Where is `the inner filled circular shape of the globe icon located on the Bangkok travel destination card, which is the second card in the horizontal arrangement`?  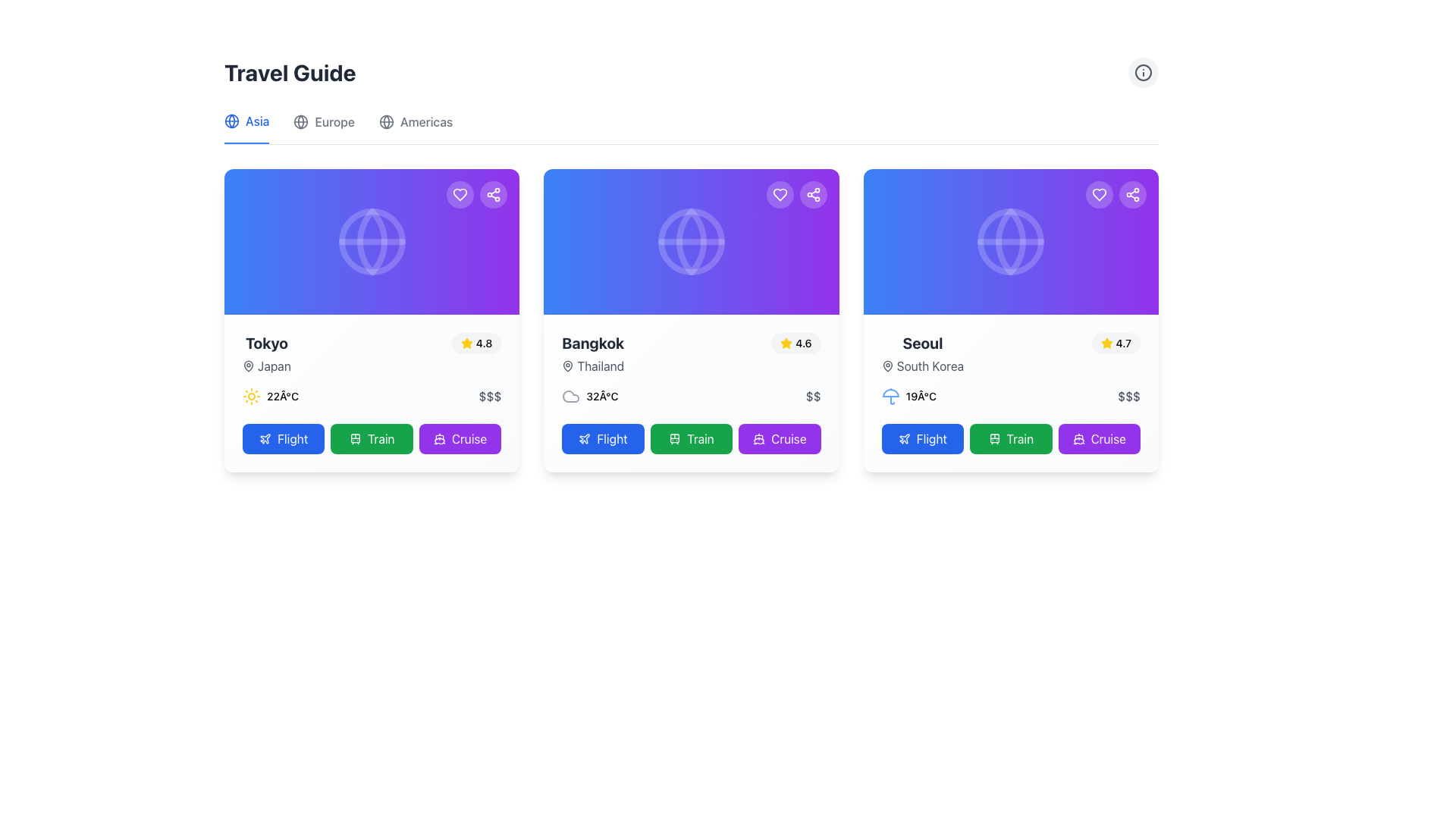 the inner filled circular shape of the globe icon located on the Bangkok travel destination card, which is the second card in the horizontal arrangement is located at coordinates (691, 241).